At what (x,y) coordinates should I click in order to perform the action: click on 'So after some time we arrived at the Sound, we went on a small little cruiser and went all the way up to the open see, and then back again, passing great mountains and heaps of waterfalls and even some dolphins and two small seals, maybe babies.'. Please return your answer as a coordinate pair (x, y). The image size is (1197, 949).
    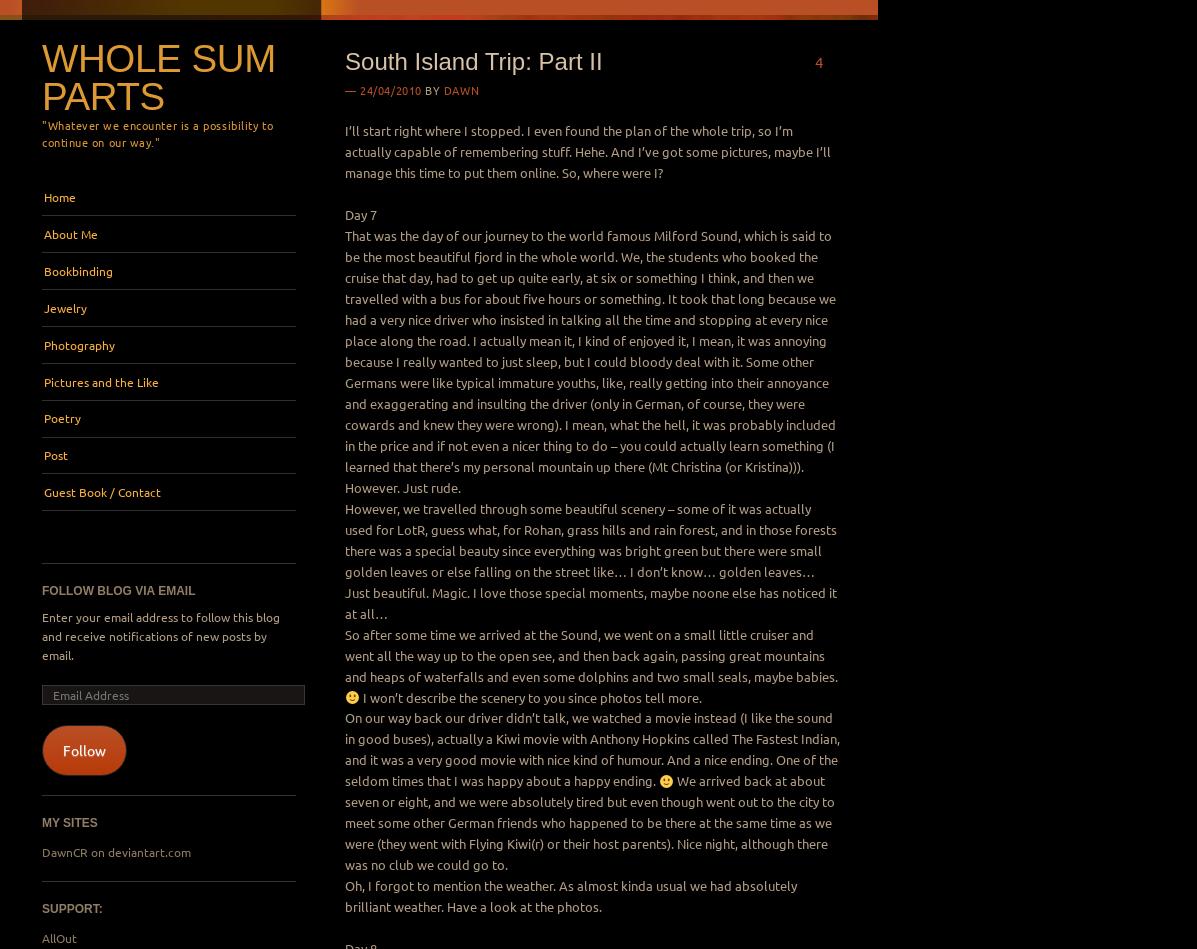
    Looking at the image, I should click on (591, 654).